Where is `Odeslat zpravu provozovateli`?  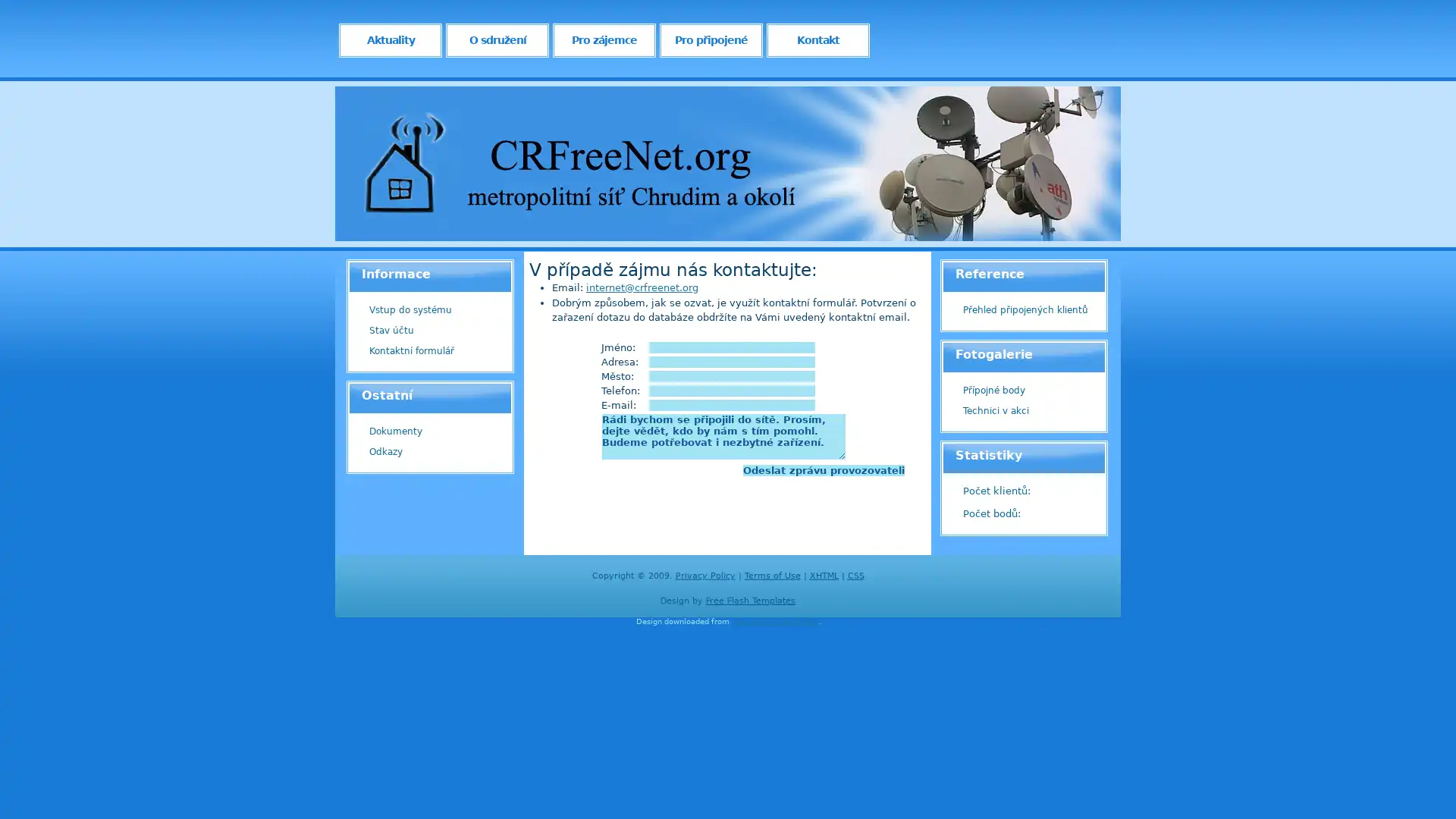 Odeslat zpravu provozovateli is located at coordinates (823, 469).